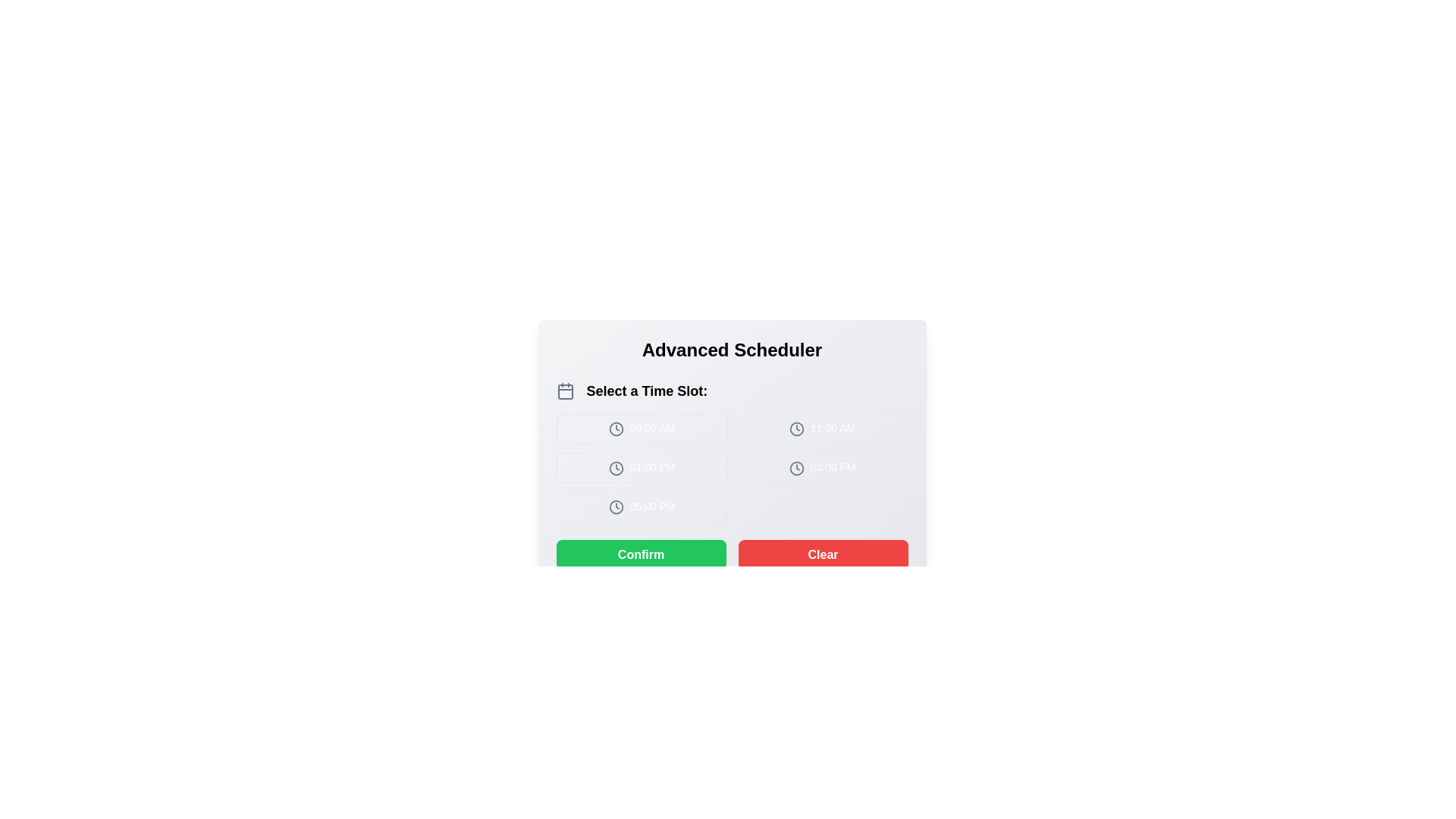 The width and height of the screenshot is (1456, 819). Describe the element at coordinates (616, 467) in the screenshot. I see `the circular decorative element of the SVG clock drawing, which features a minimalist design and is located in the second row, first column of the grid layout under 'Select a Time Slot'` at that location.